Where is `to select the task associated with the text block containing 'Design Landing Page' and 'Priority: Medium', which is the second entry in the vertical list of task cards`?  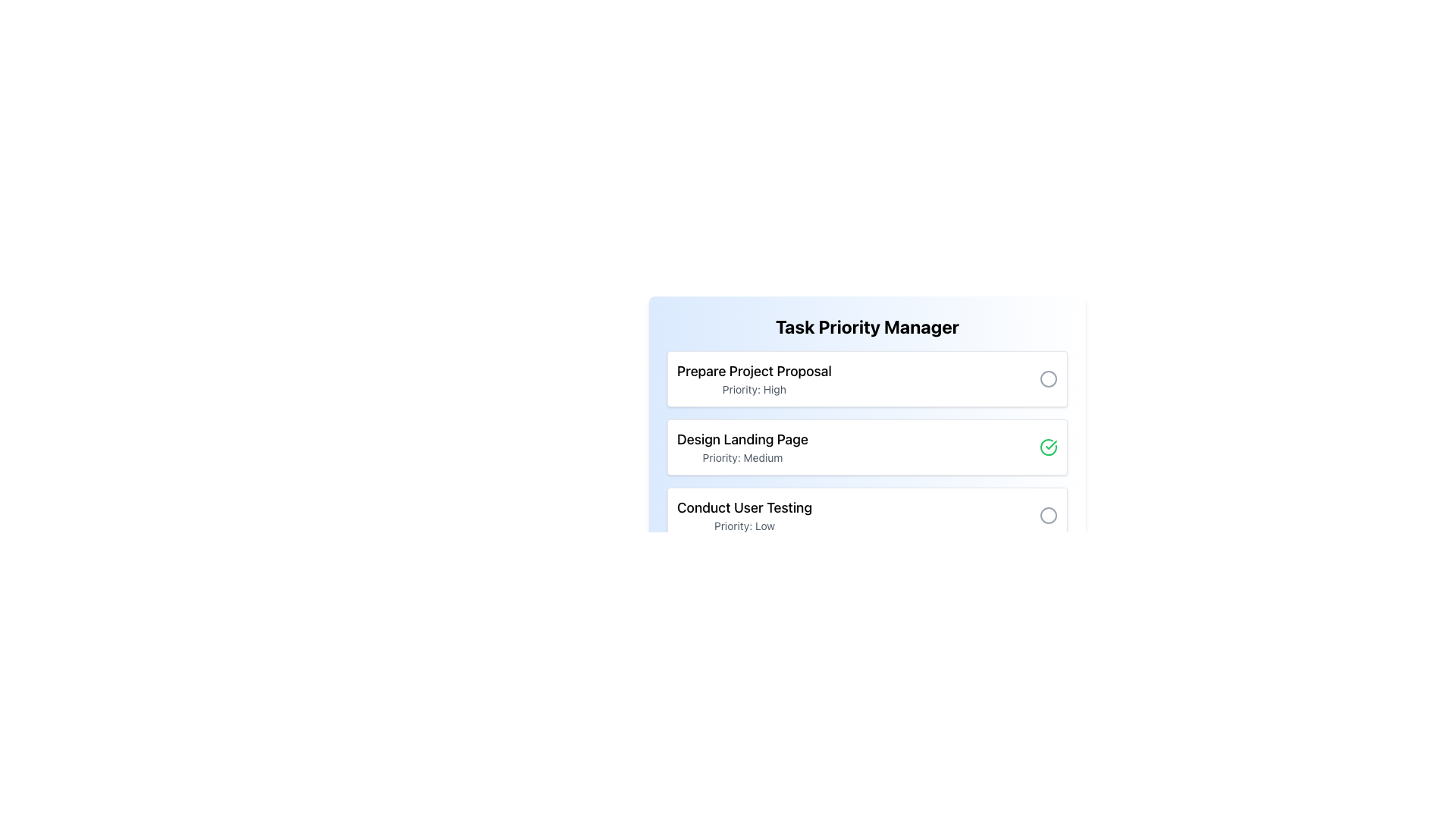 to select the task associated with the text block containing 'Design Landing Page' and 'Priority: Medium', which is the second entry in the vertical list of task cards is located at coordinates (742, 447).